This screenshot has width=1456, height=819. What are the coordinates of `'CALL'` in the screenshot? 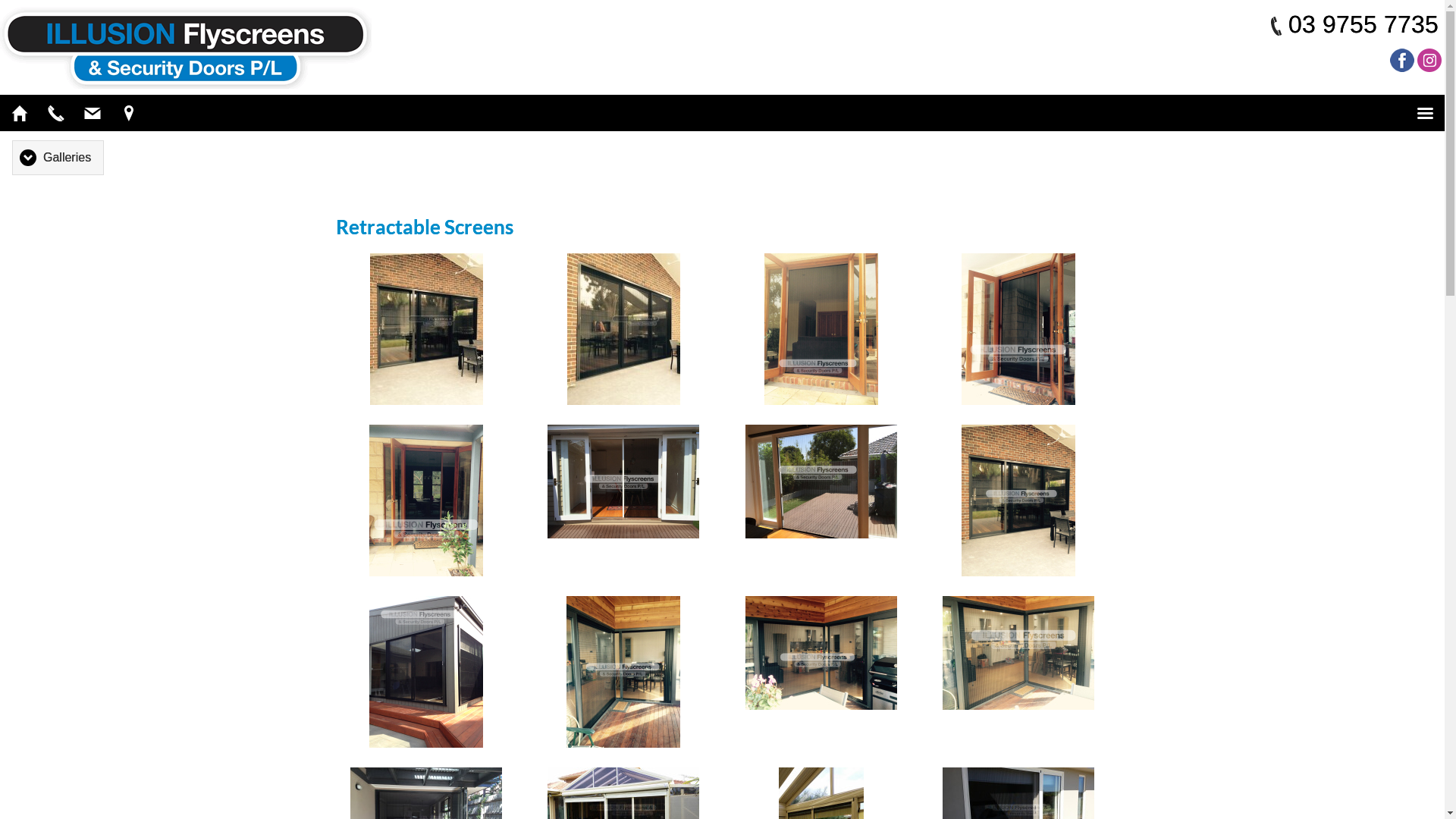 It's located at (55, 112).